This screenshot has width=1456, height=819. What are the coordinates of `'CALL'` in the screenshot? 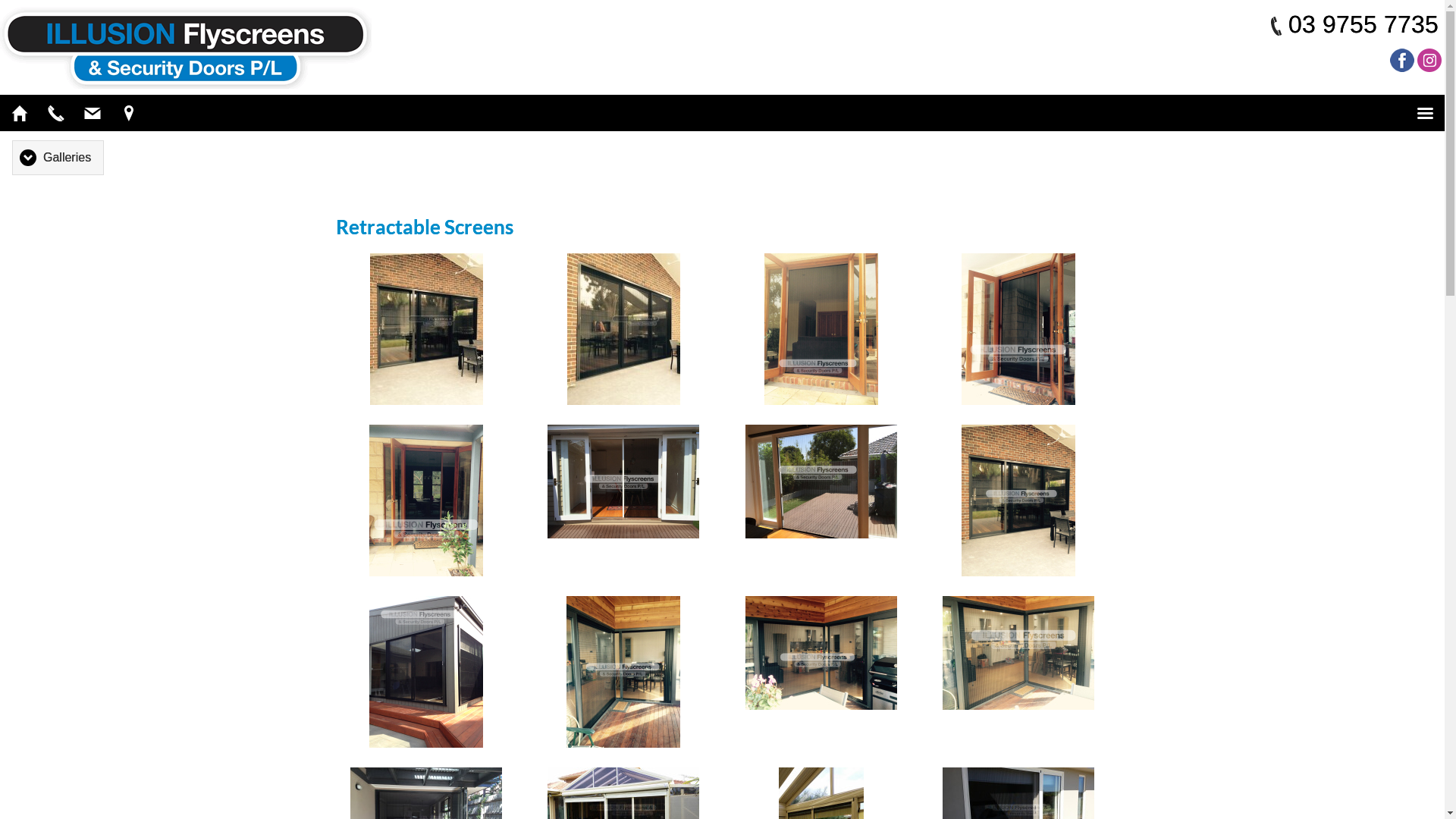 It's located at (55, 112).